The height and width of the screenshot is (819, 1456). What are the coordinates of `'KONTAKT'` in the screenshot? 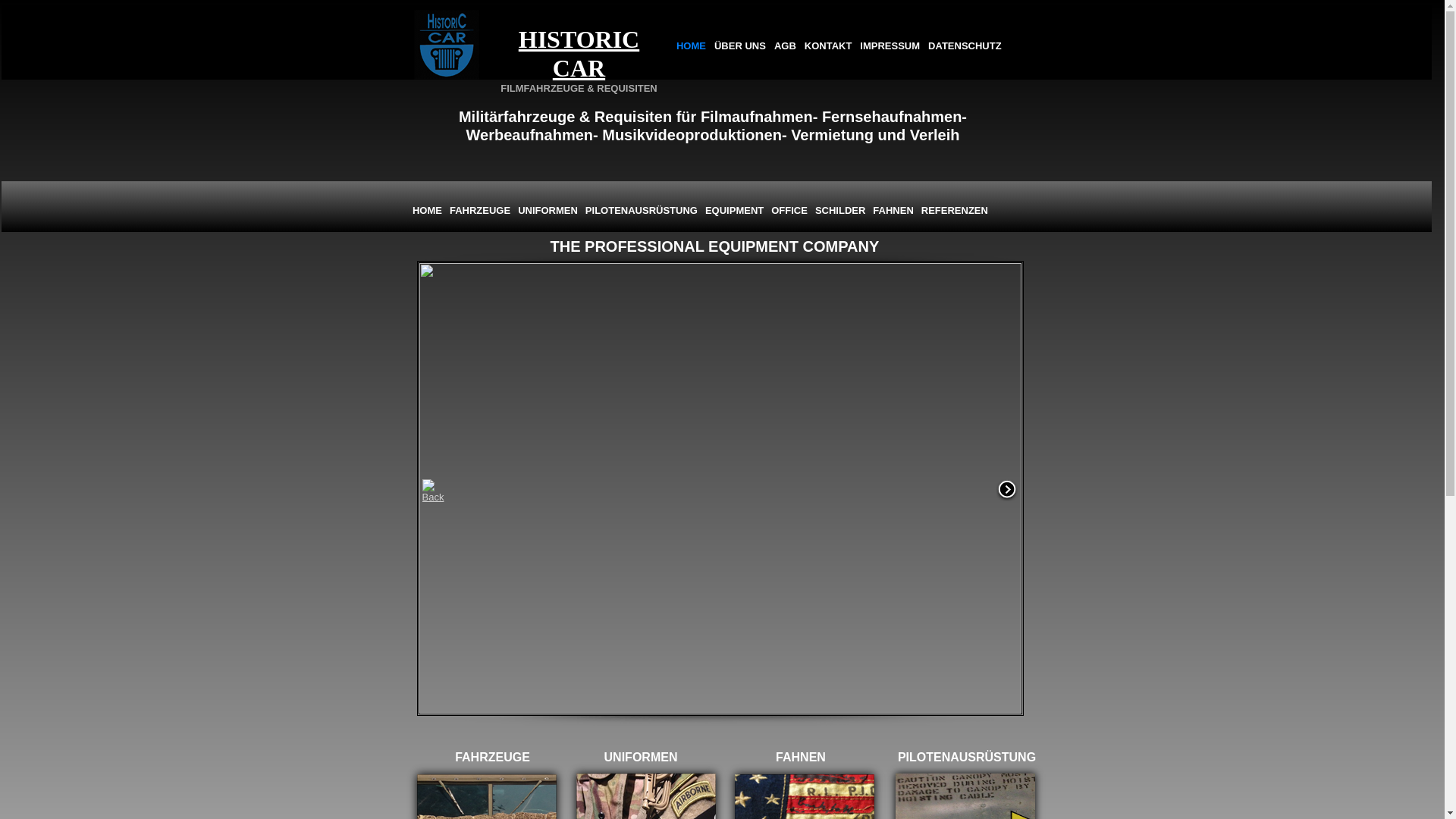 It's located at (827, 45).